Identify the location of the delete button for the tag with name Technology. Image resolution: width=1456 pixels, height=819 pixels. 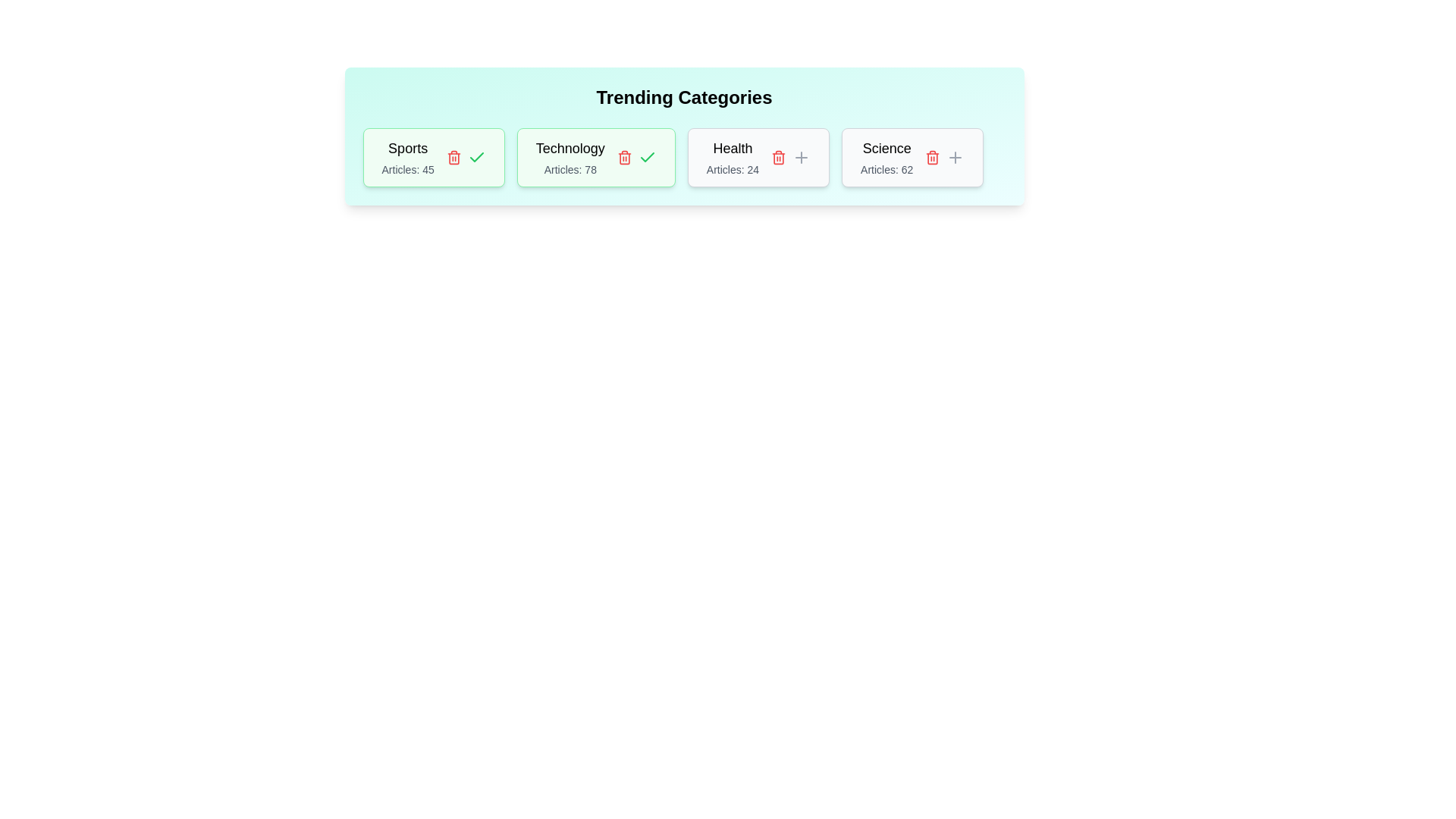
(624, 158).